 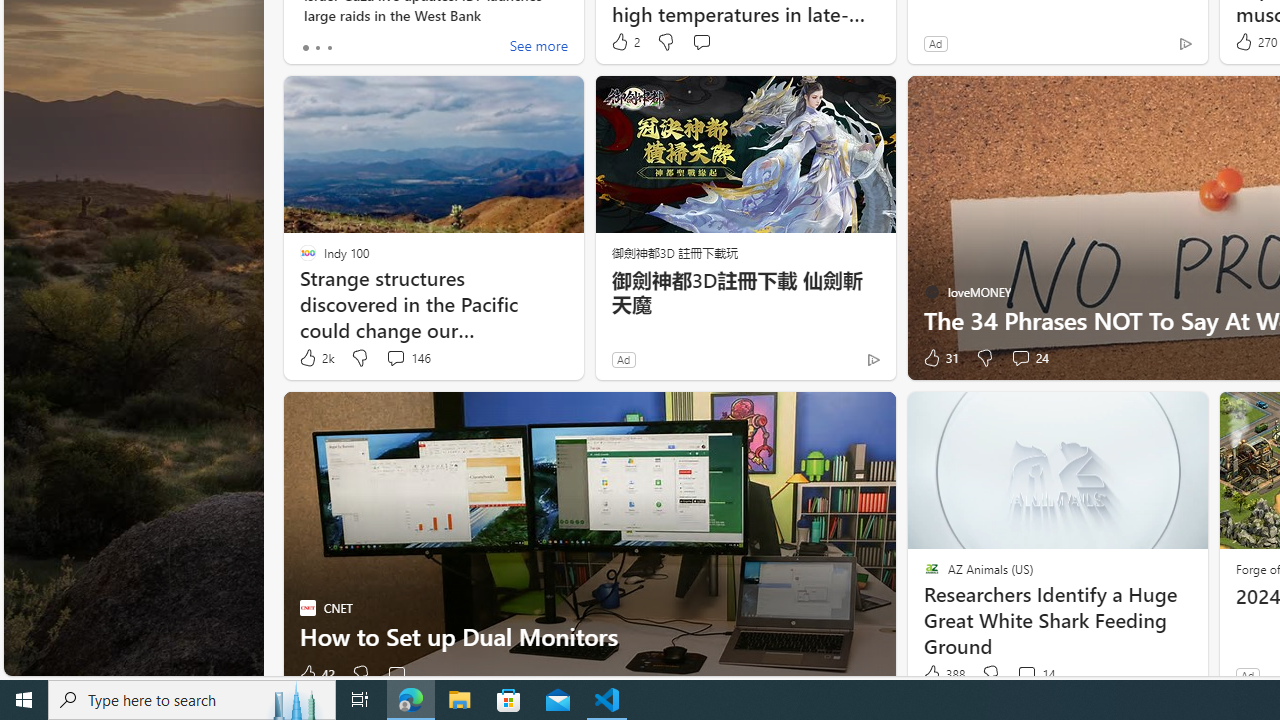 What do you see at coordinates (1026, 673) in the screenshot?
I see `'View comments 14 Comment'` at bounding box center [1026, 673].